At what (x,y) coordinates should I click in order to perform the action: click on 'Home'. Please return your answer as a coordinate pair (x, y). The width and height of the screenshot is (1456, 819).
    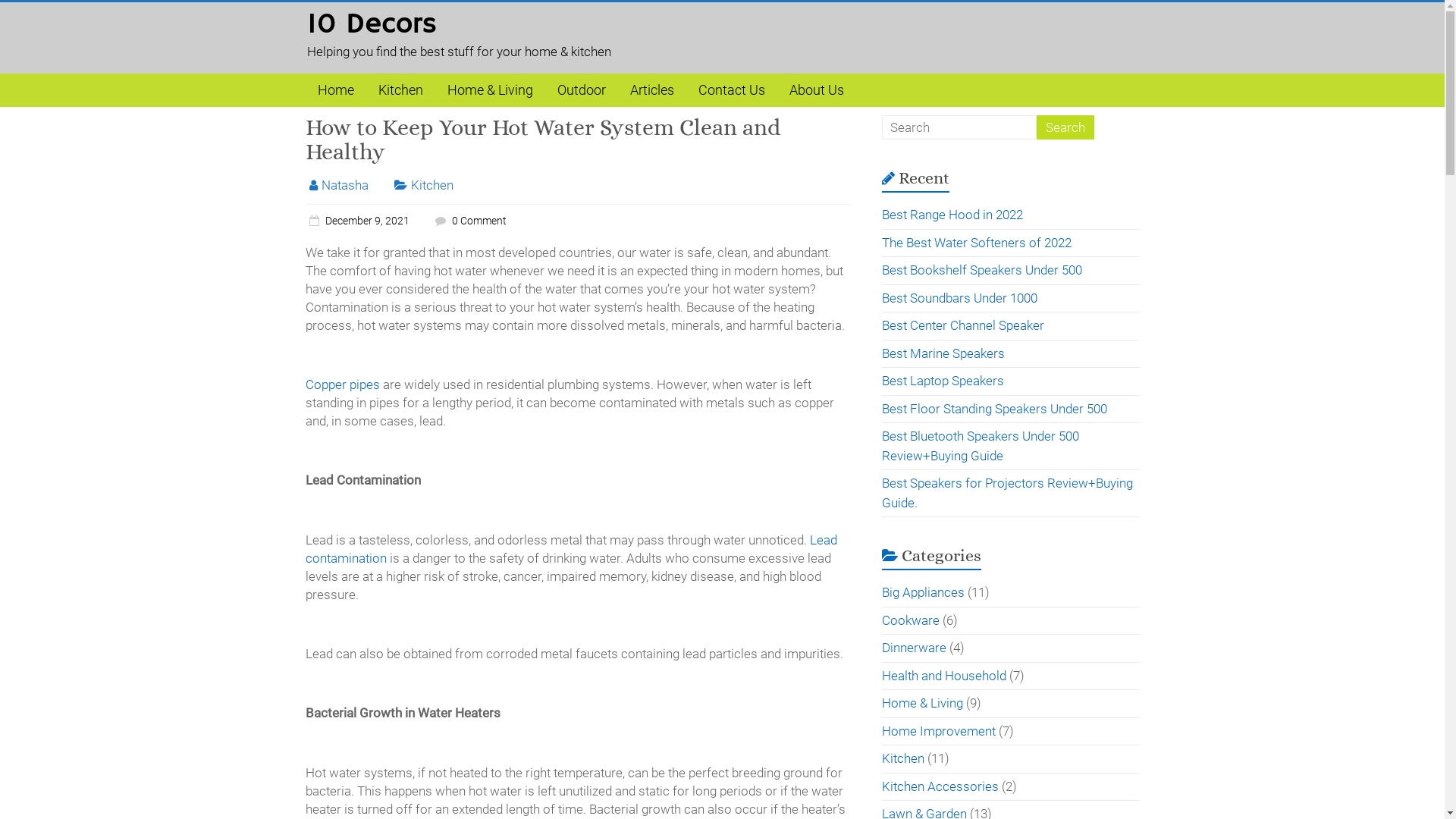
    Looking at the image, I should click on (334, 90).